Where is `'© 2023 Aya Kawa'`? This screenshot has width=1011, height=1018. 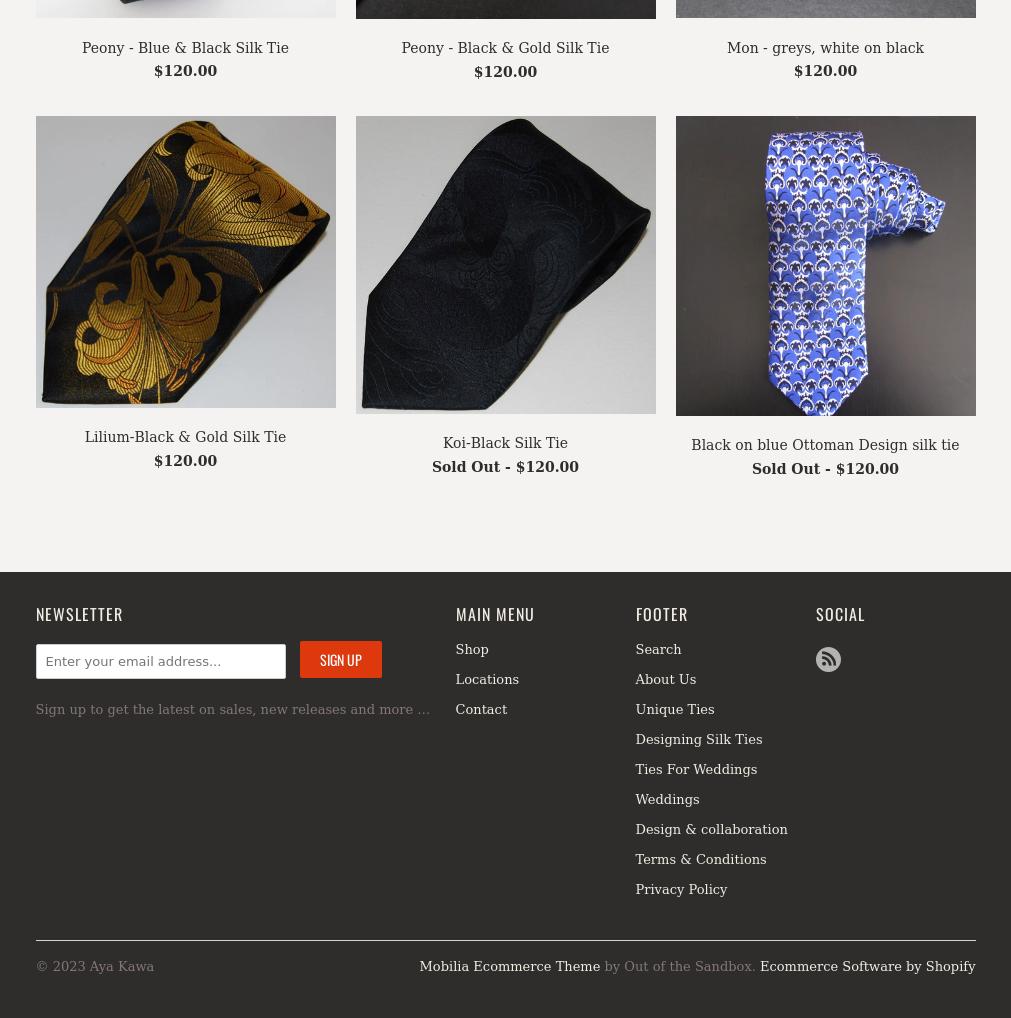
'© 2023 Aya Kawa' is located at coordinates (93, 964).